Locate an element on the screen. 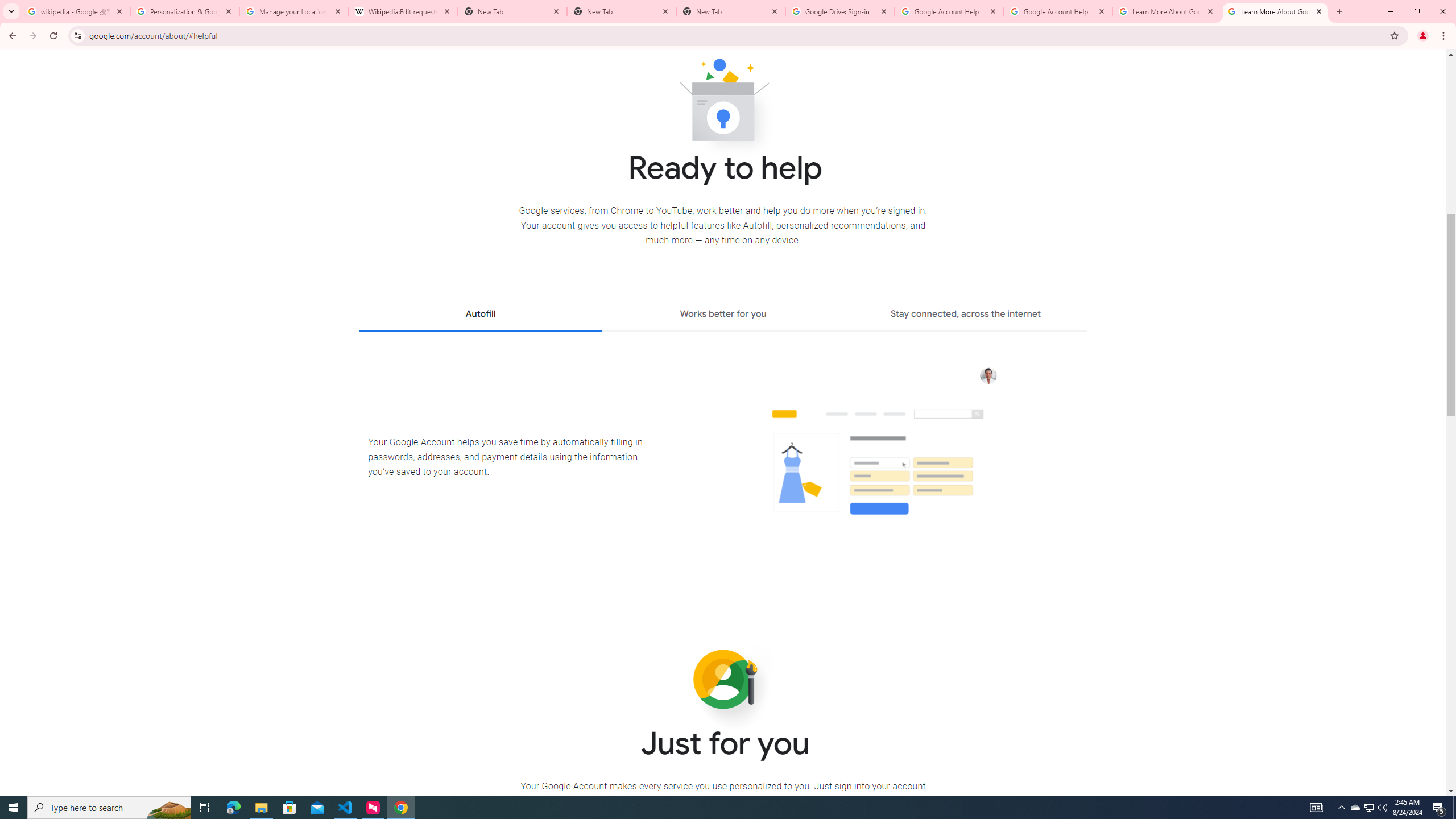  'Autofill' is located at coordinates (479, 315).